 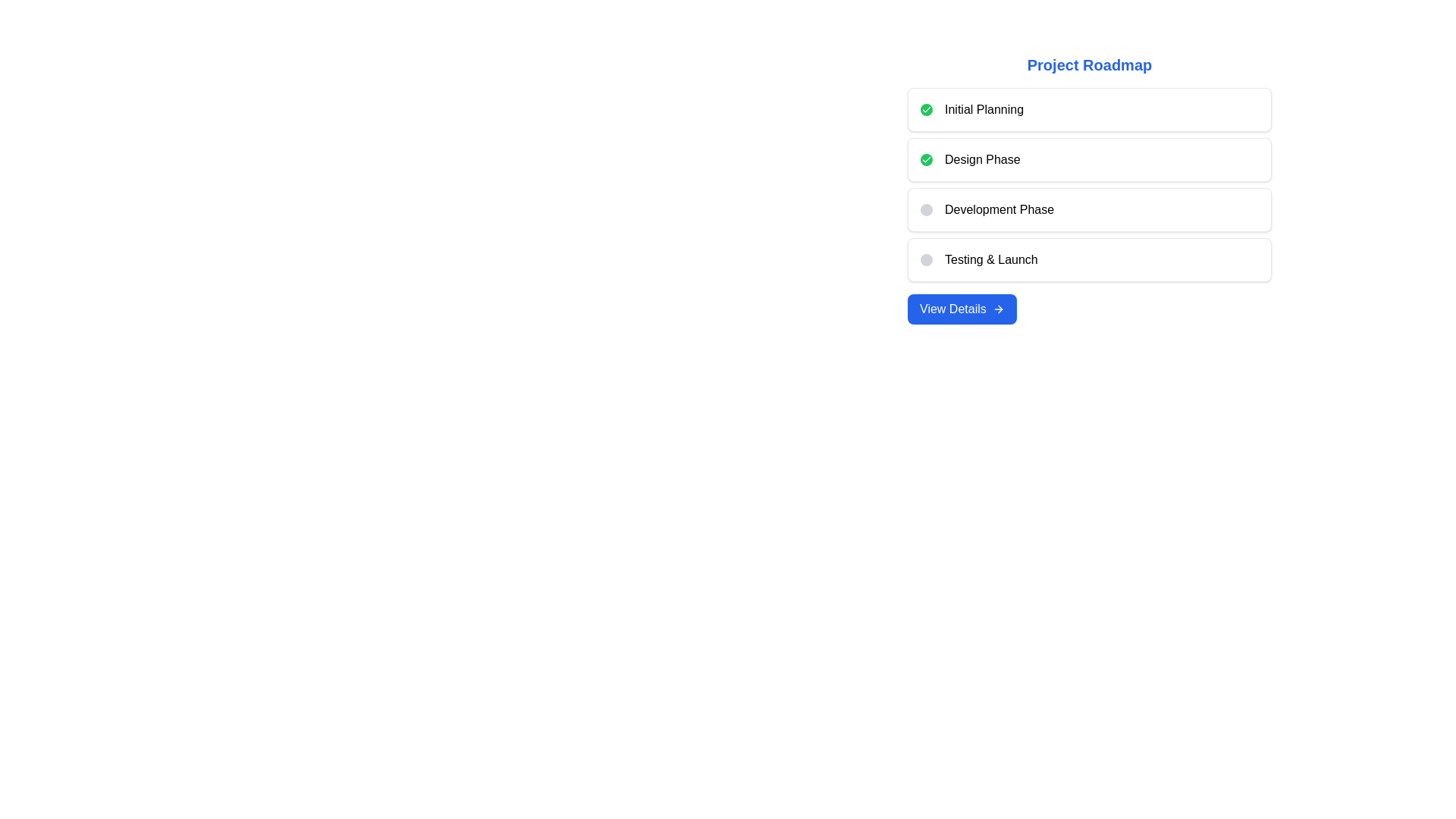 What do you see at coordinates (991, 259) in the screenshot?
I see `the label containing the text 'Testing & Launch', which is positioned below 'Development Phase' and above 'View Details' in the list` at bounding box center [991, 259].